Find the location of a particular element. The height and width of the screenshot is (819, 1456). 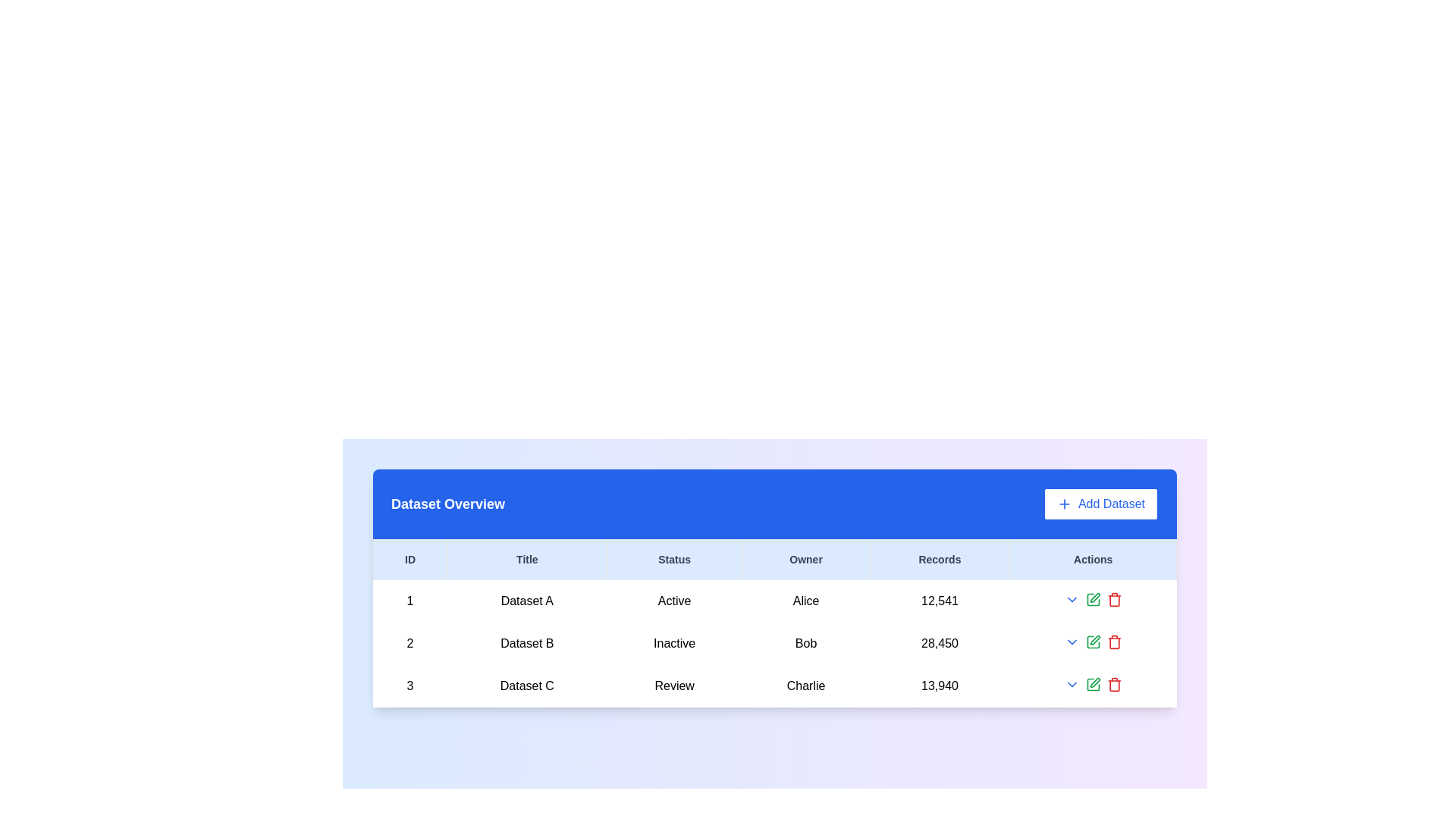

the small, plus-shaped icon with a circular border that is part of the 'Add Dataset' button, located at the top-right of the dataset table area is located at coordinates (1063, 504).